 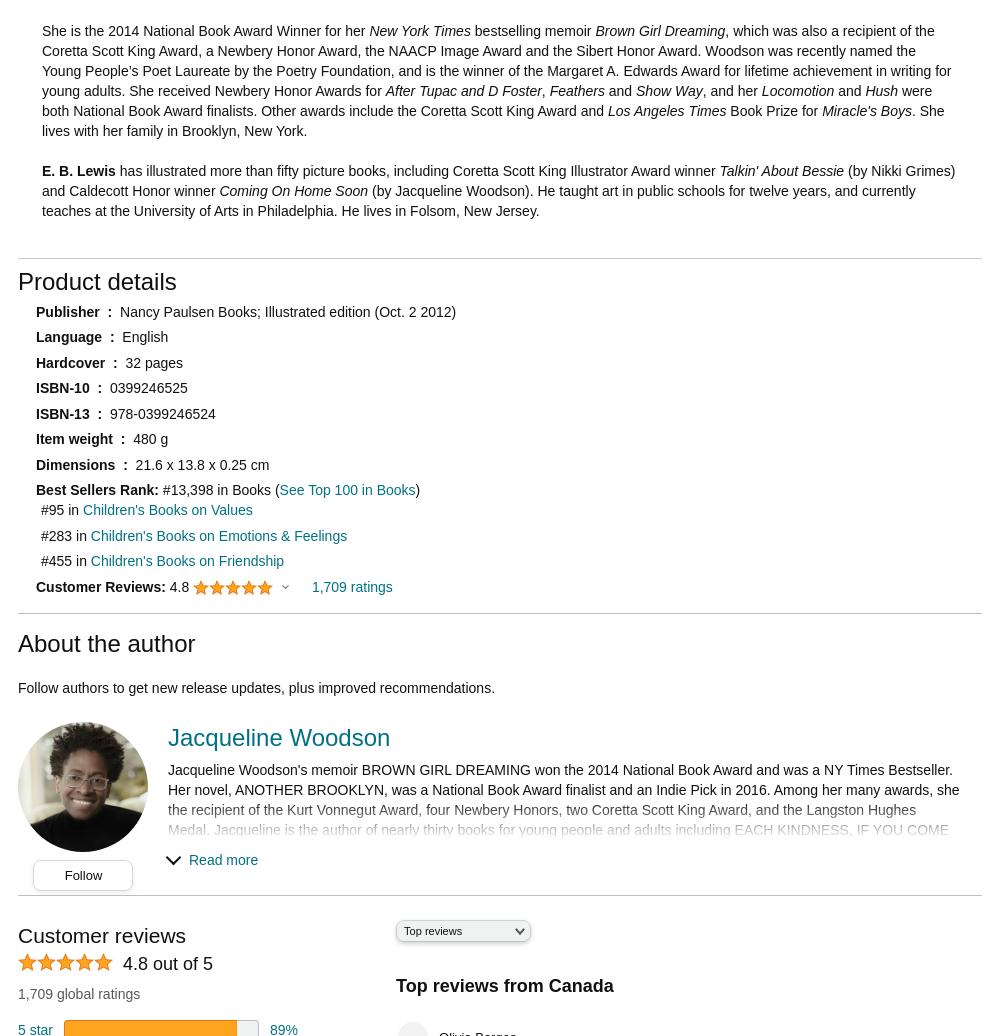 What do you see at coordinates (145, 337) in the screenshot?
I see `'English'` at bounding box center [145, 337].